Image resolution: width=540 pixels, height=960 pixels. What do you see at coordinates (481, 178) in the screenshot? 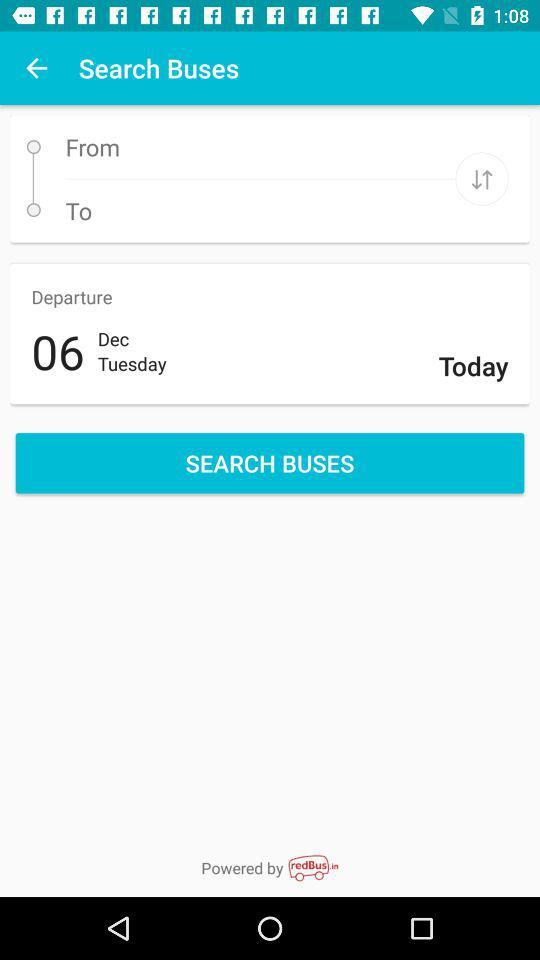
I see `the icon above the departure` at bounding box center [481, 178].